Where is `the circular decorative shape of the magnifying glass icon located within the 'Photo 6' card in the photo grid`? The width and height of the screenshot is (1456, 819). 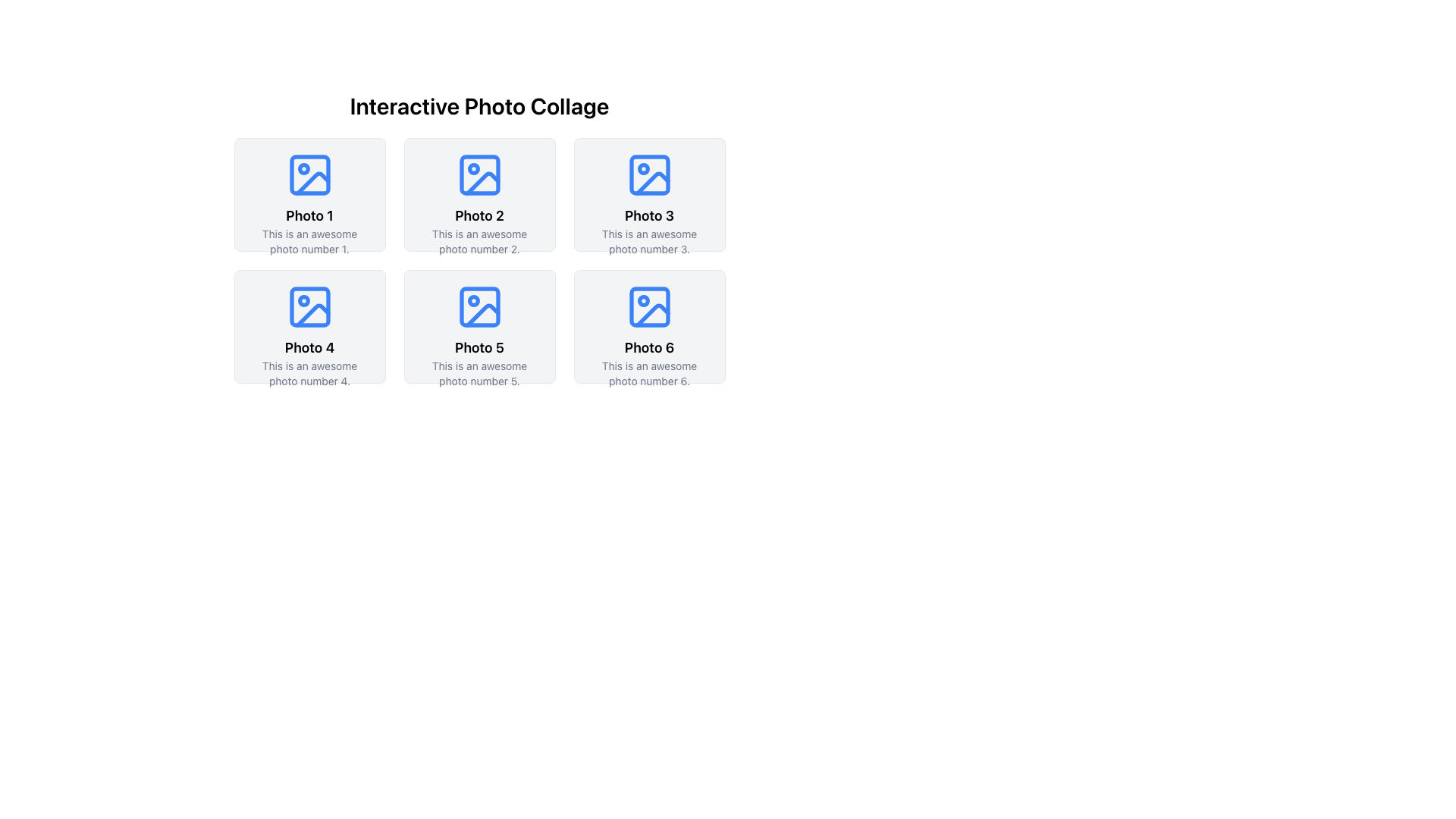
the circular decorative shape of the magnifying glass icon located within the 'Photo 6' card in the photo grid is located at coordinates (648, 325).